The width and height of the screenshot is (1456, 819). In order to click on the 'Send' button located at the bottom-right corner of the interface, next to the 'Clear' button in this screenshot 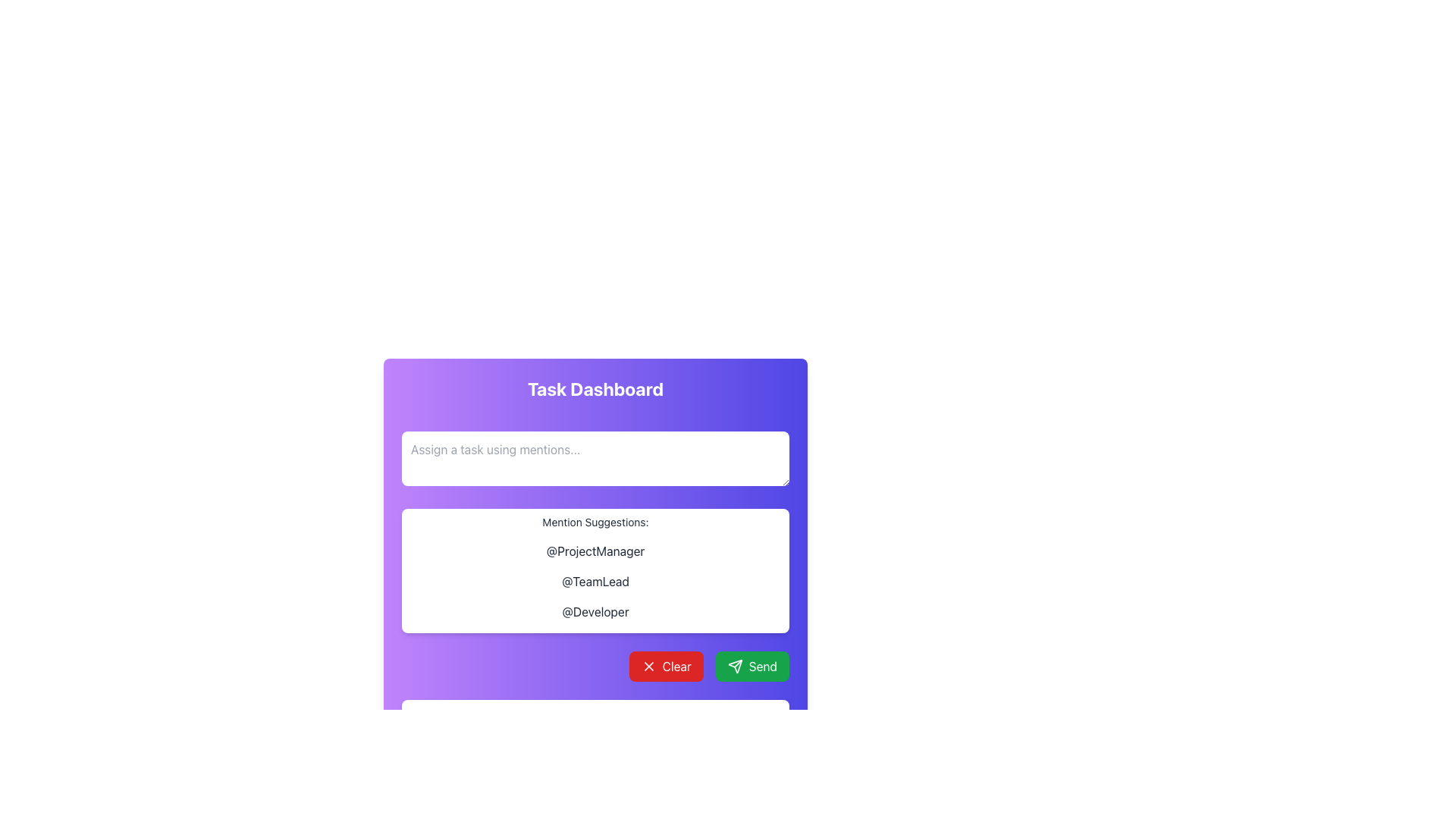, I will do `click(752, 666)`.